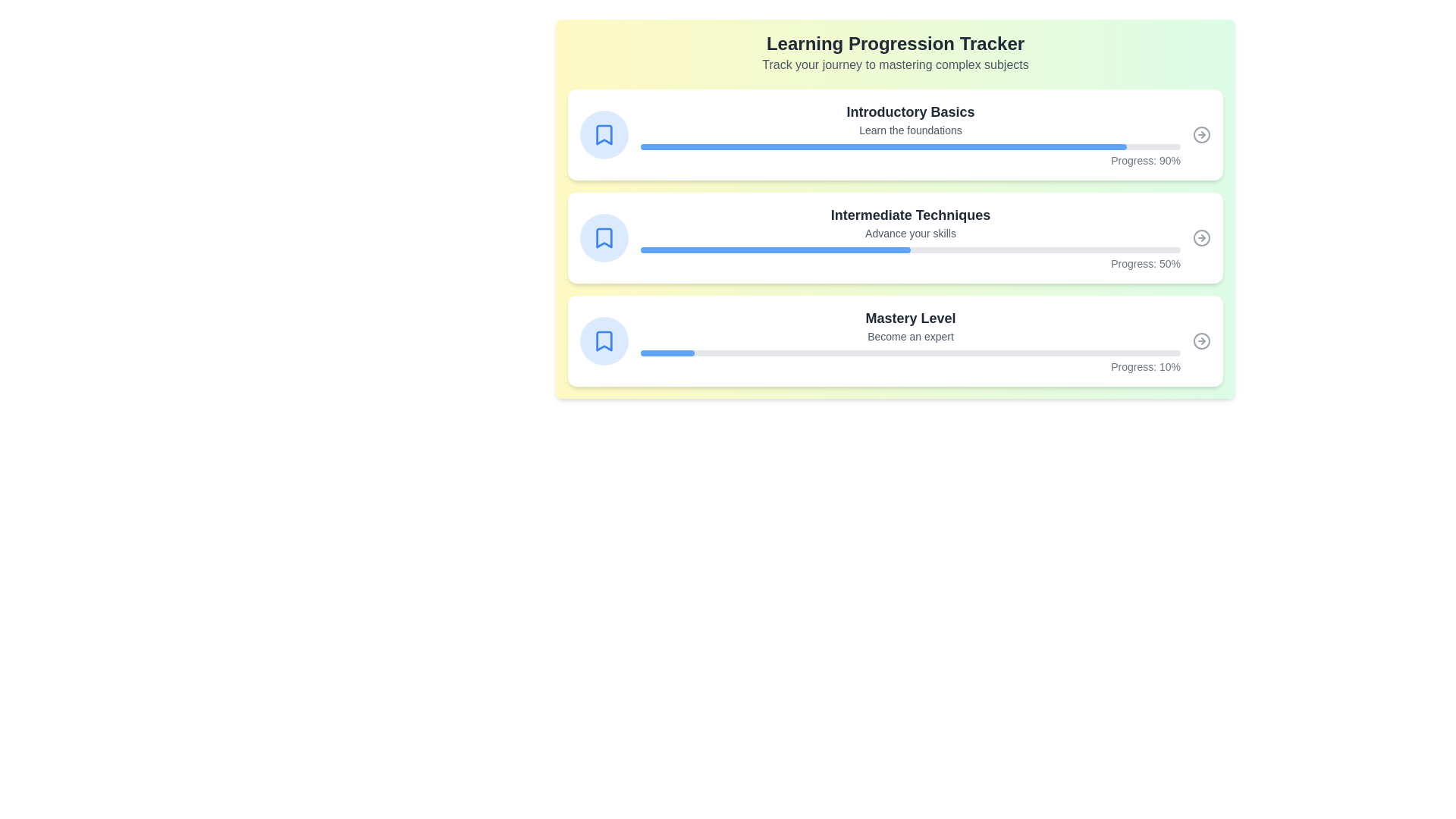 Image resolution: width=1456 pixels, height=819 pixels. What do you see at coordinates (895, 64) in the screenshot?
I see `the descriptive subtitle text label located below the 'Learning Progression Tracker' title, which provides context about the section` at bounding box center [895, 64].